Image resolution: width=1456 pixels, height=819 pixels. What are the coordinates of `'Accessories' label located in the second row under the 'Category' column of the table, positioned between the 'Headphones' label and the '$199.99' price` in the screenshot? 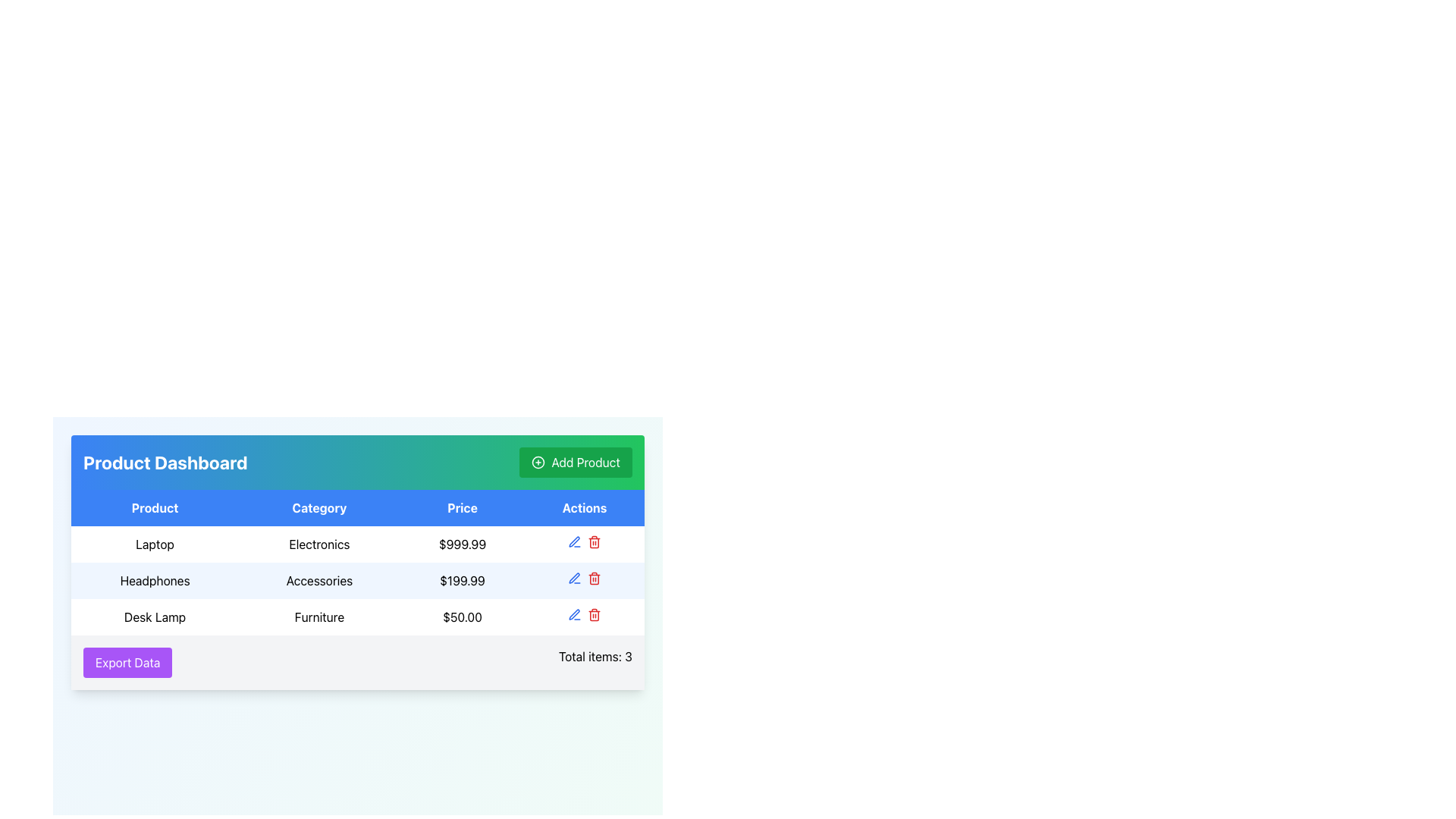 It's located at (318, 580).